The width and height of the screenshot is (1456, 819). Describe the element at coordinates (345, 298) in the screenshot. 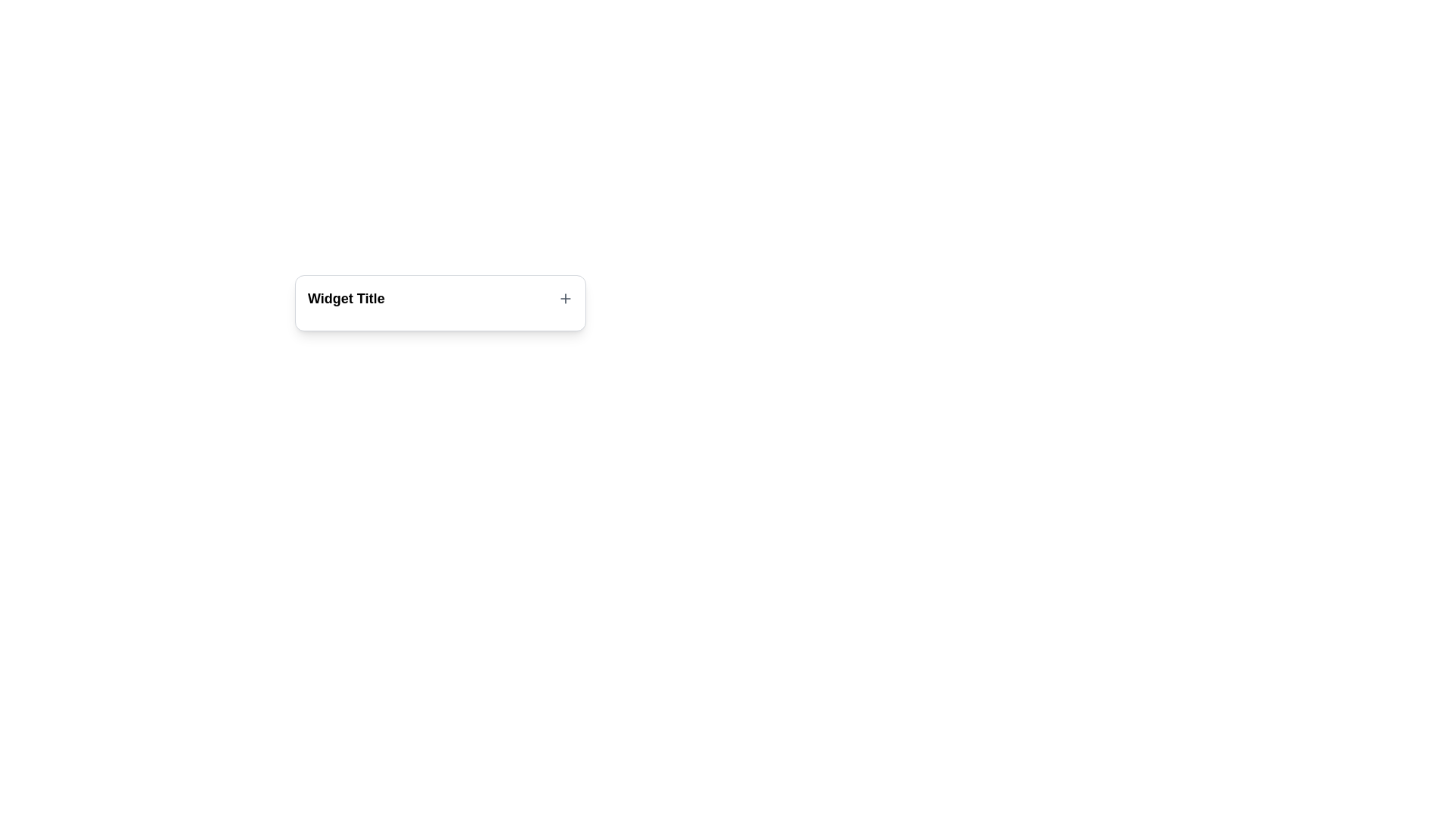

I see `the 'Widget Title' text label for accessibility purposes` at that location.